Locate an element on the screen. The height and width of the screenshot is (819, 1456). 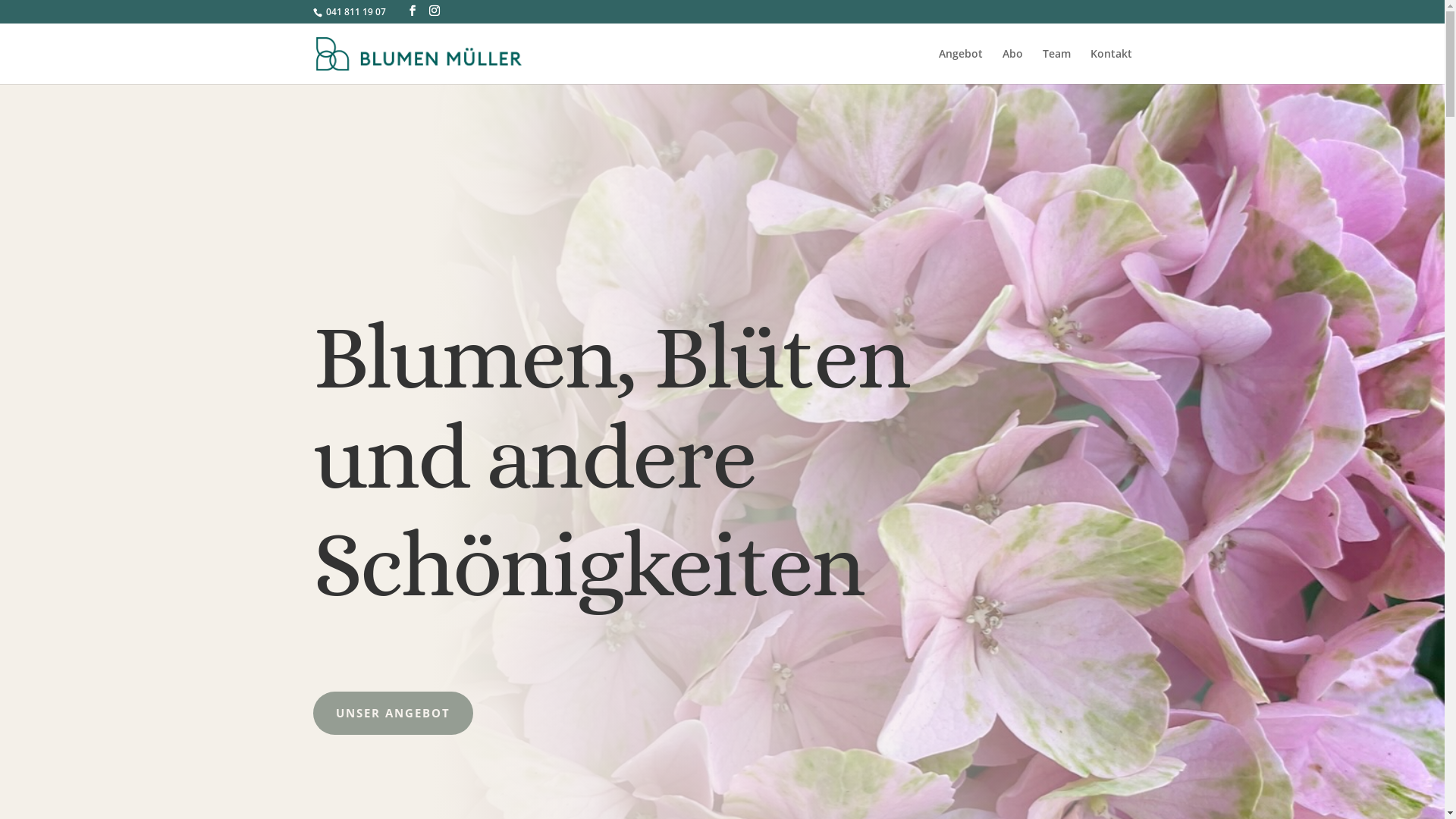
'Angebot' is located at coordinates (960, 65).